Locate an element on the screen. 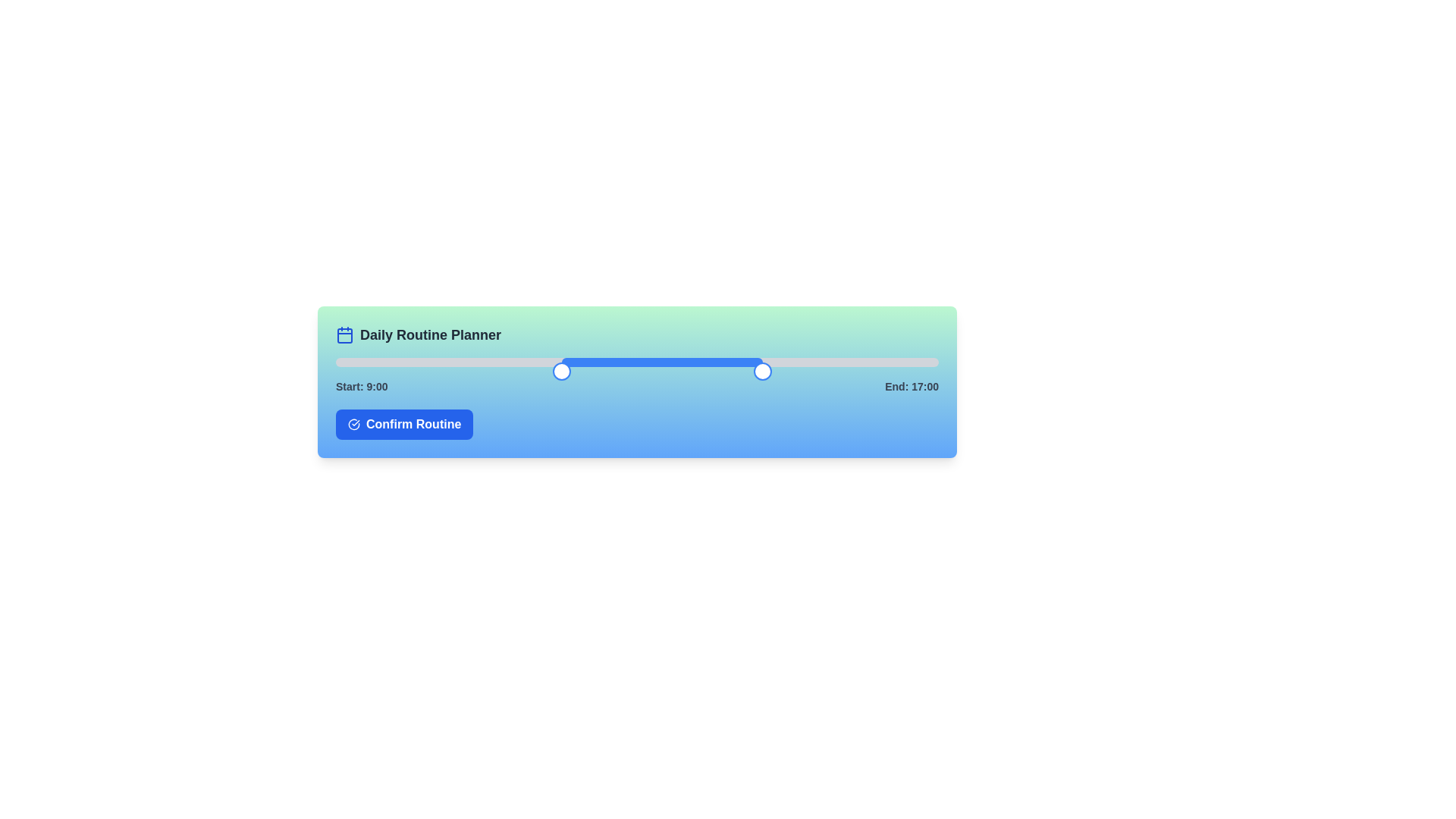  the slider handle is located at coordinates (931, 371).